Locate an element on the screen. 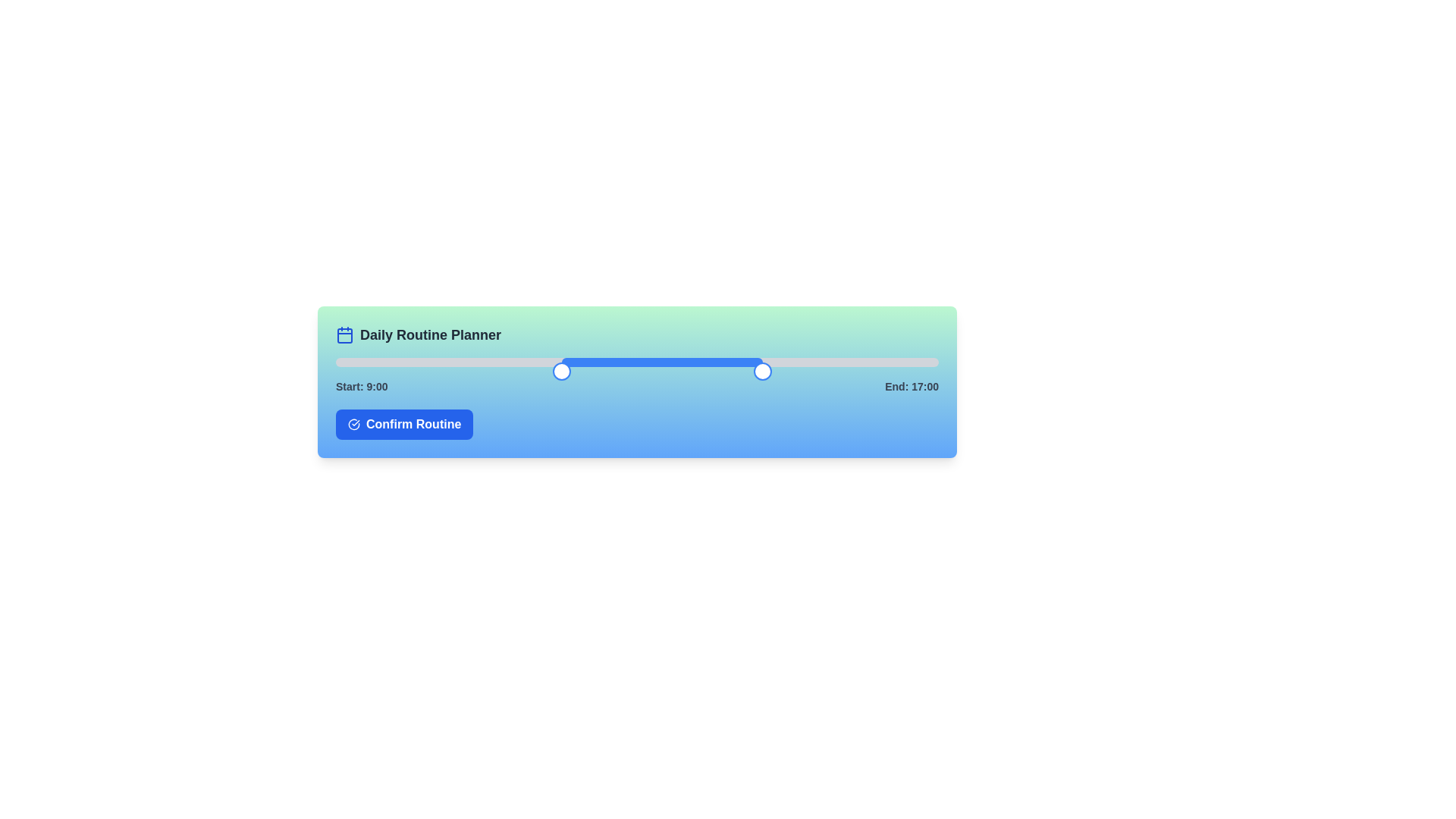  the slider handle is located at coordinates (931, 371).